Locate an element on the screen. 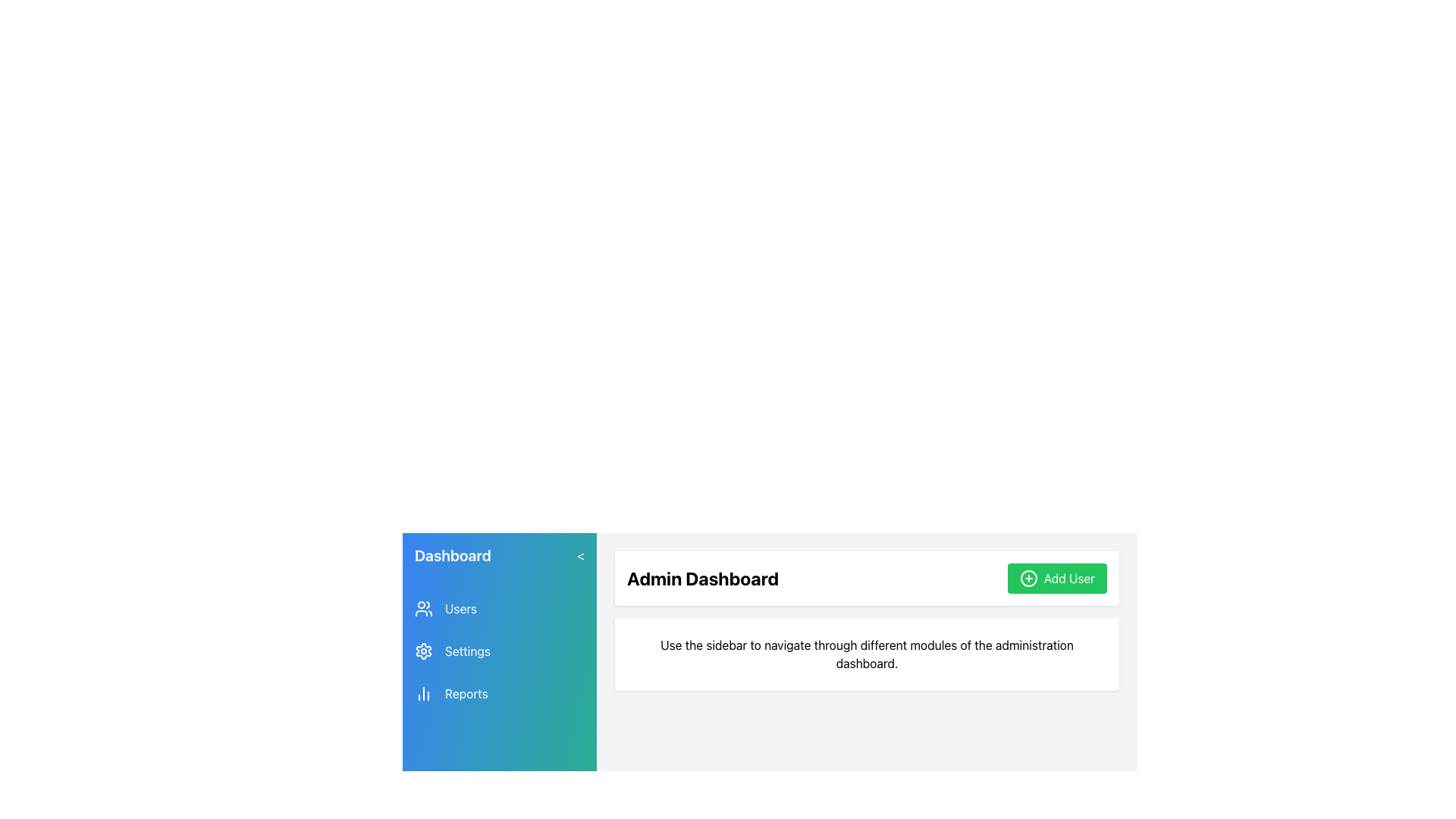 This screenshot has height=819, width=1456. the navigation button located in the header bar to the right of the 'Dashboard' label is located at coordinates (580, 555).